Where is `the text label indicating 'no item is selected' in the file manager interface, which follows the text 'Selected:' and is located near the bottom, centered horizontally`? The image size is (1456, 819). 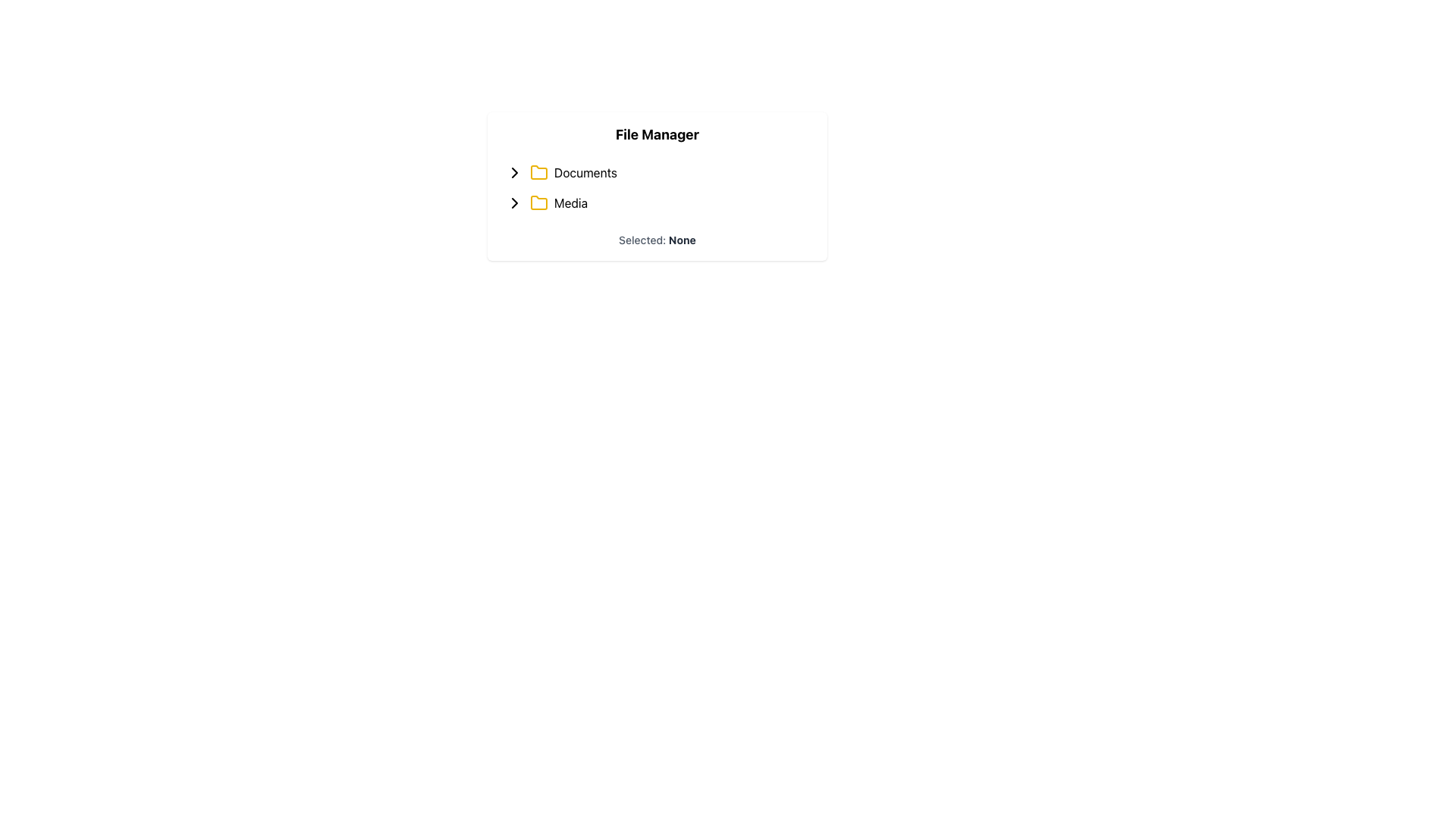 the text label indicating 'no item is selected' in the file manager interface, which follows the text 'Selected:' and is located near the bottom, centered horizontally is located at coordinates (680, 239).